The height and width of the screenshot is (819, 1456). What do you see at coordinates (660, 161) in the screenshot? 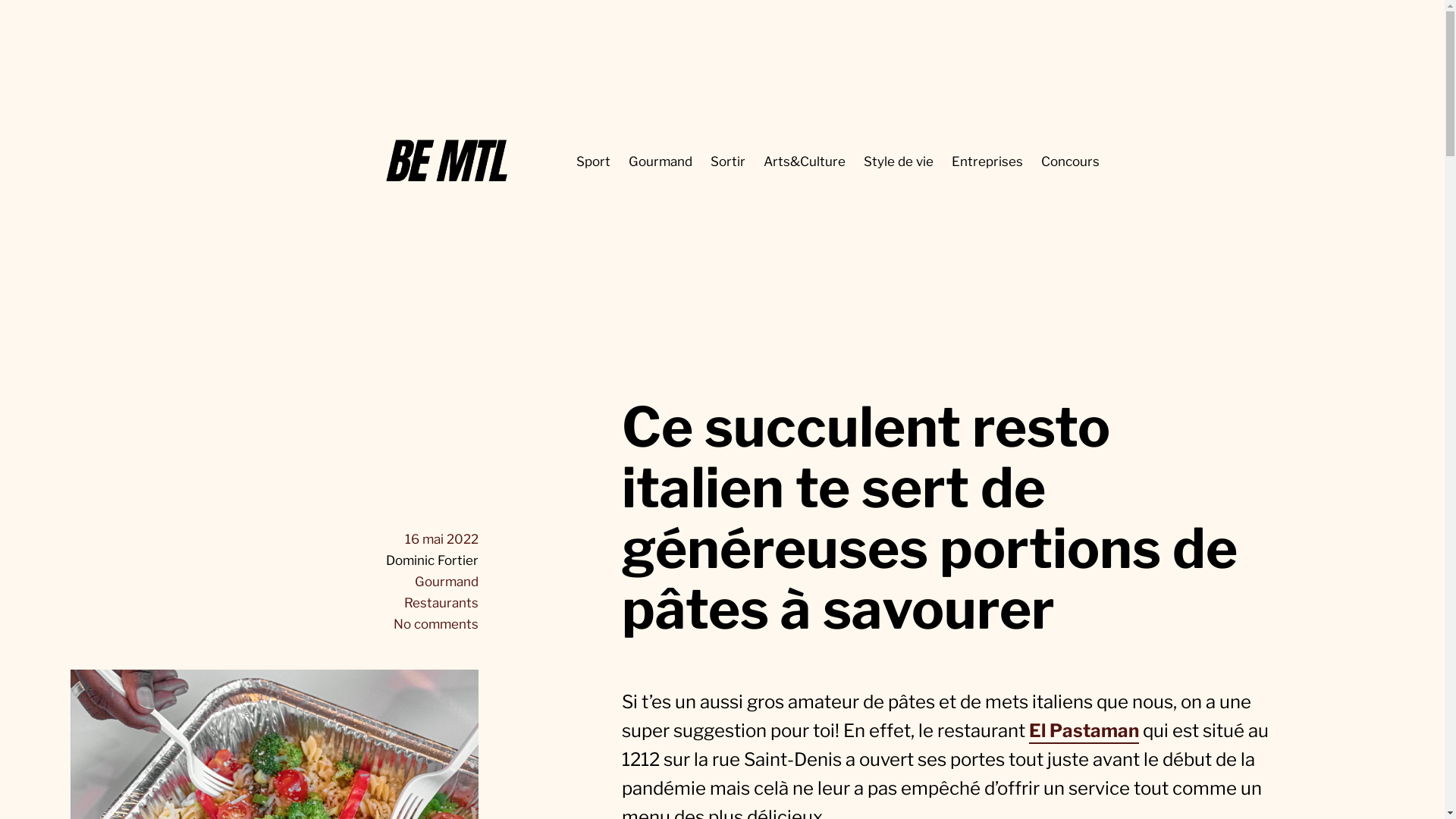
I see `'Gourmand'` at bounding box center [660, 161].